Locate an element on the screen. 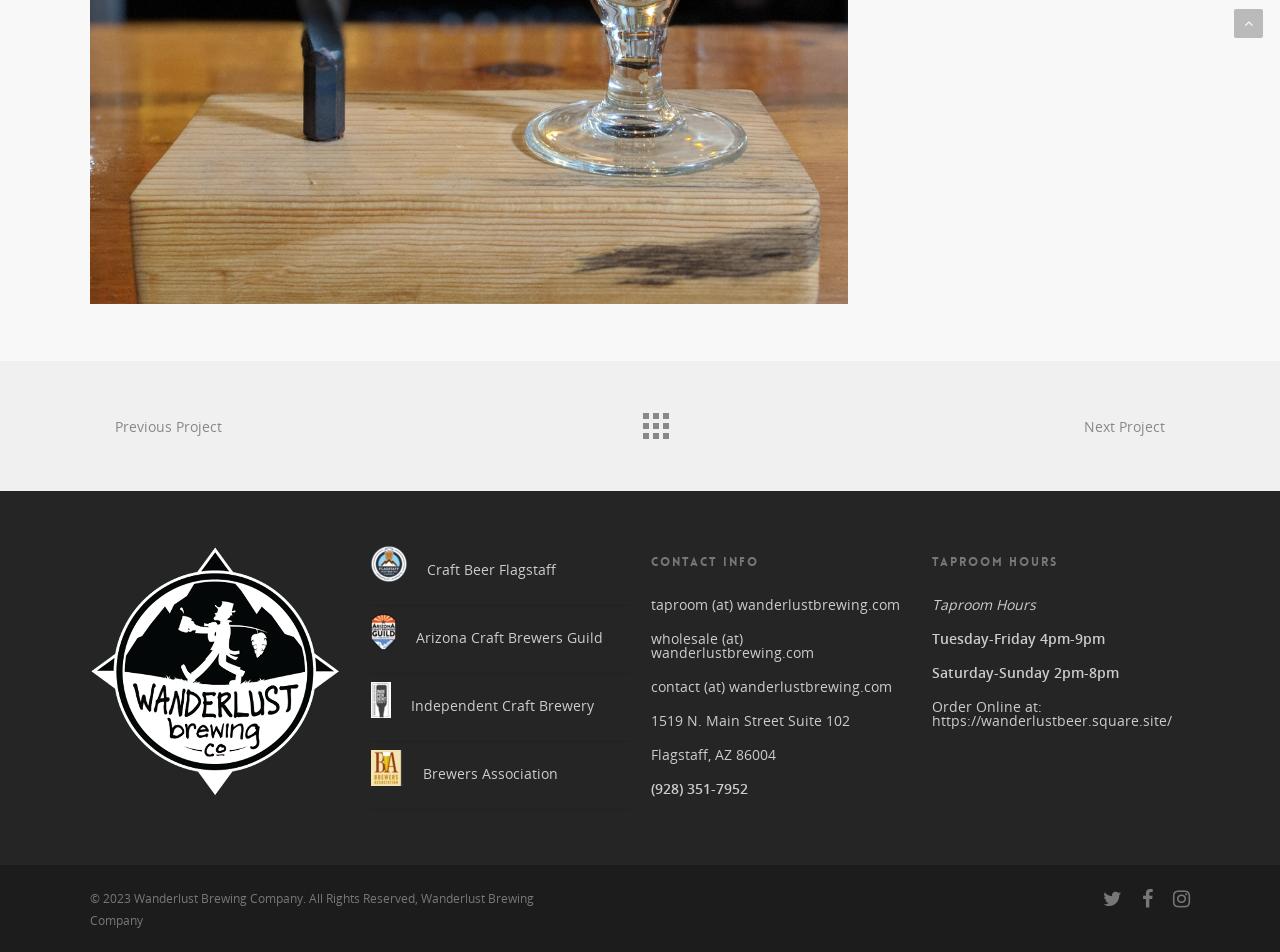 The image size is (1280, 952). 'Order Online at:' is located at coordinates (985, 698).